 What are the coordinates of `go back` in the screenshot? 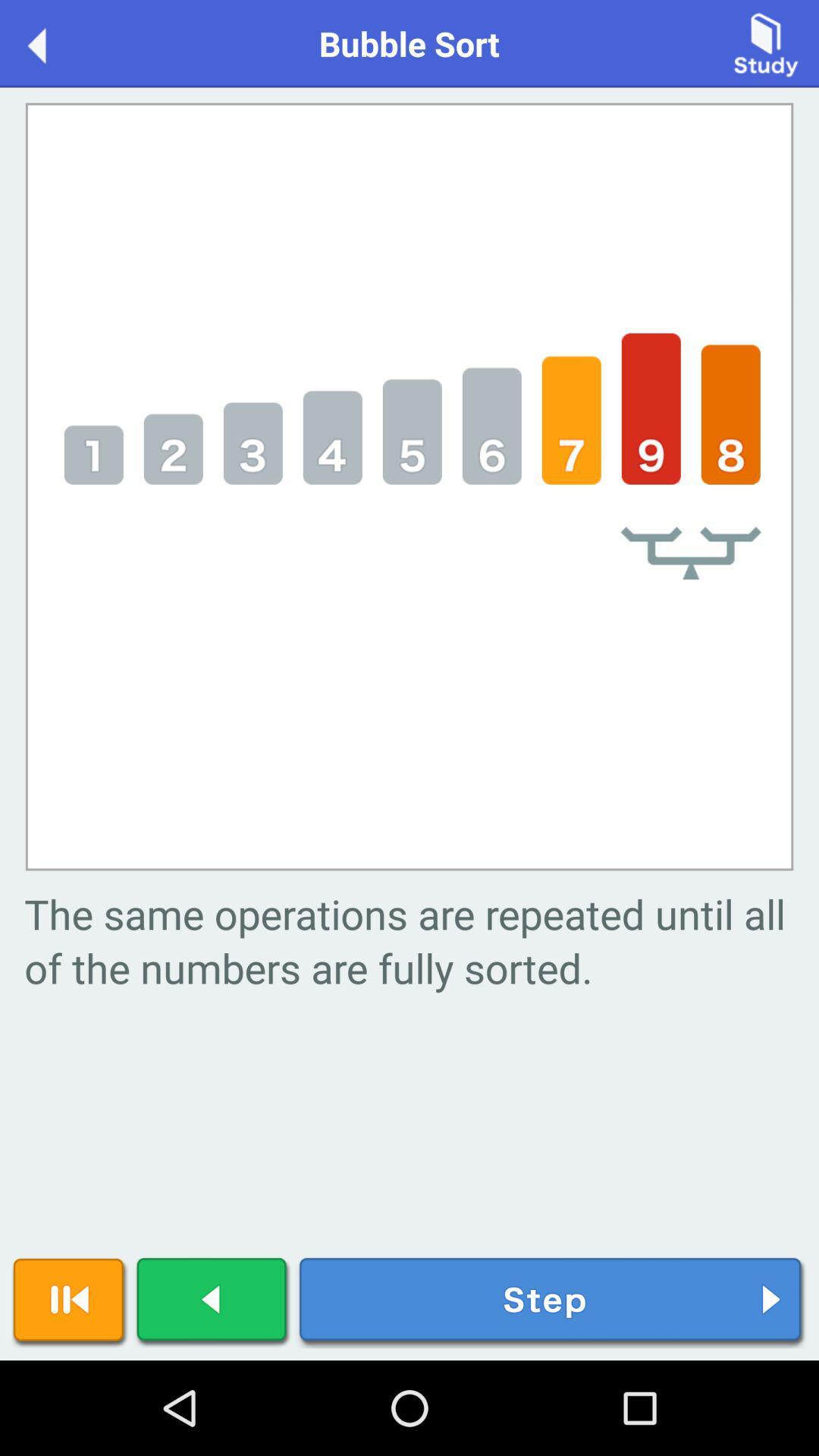 It's located at (52, 42).